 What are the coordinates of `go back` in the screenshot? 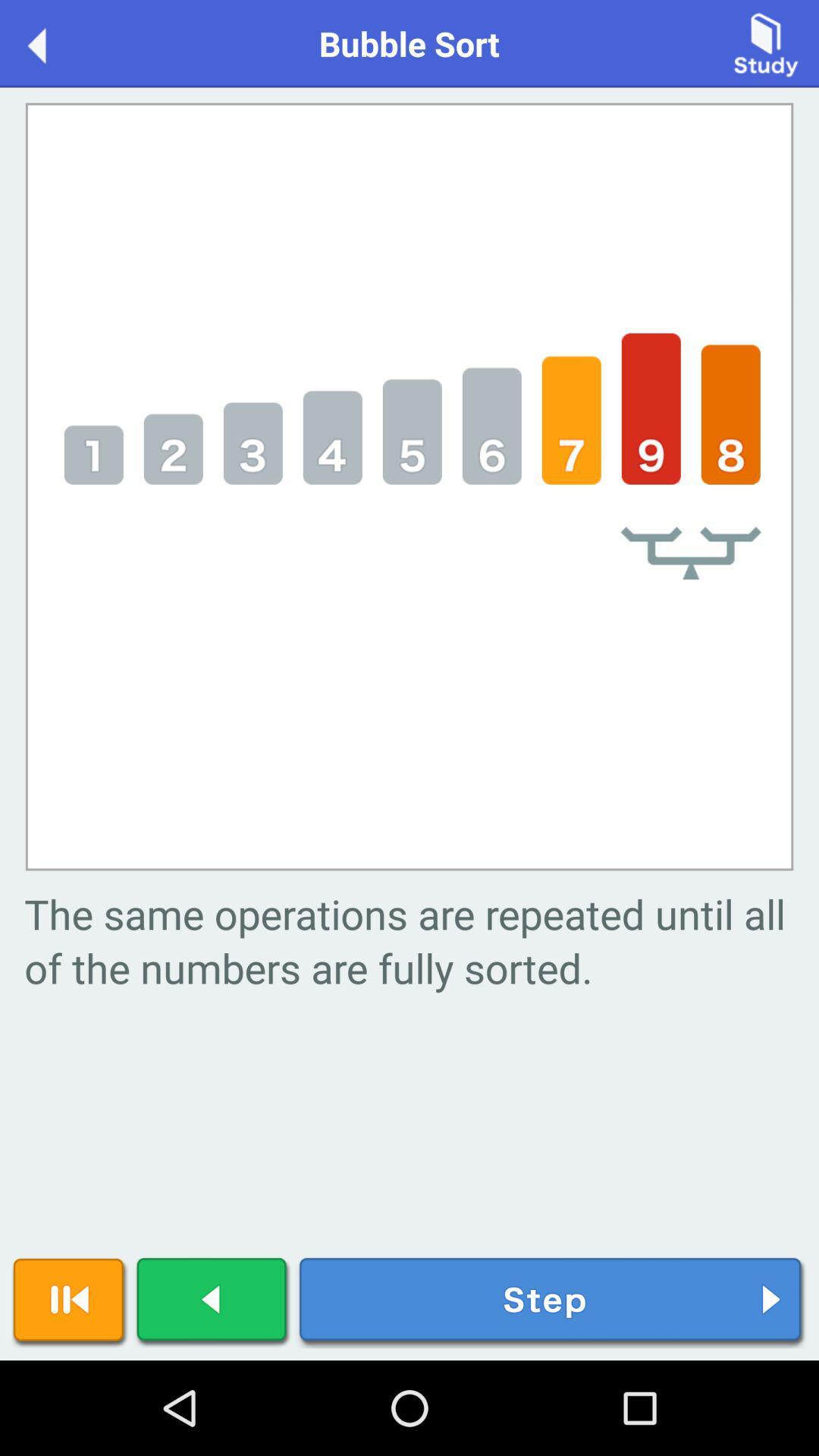 It's located at (52, 42).